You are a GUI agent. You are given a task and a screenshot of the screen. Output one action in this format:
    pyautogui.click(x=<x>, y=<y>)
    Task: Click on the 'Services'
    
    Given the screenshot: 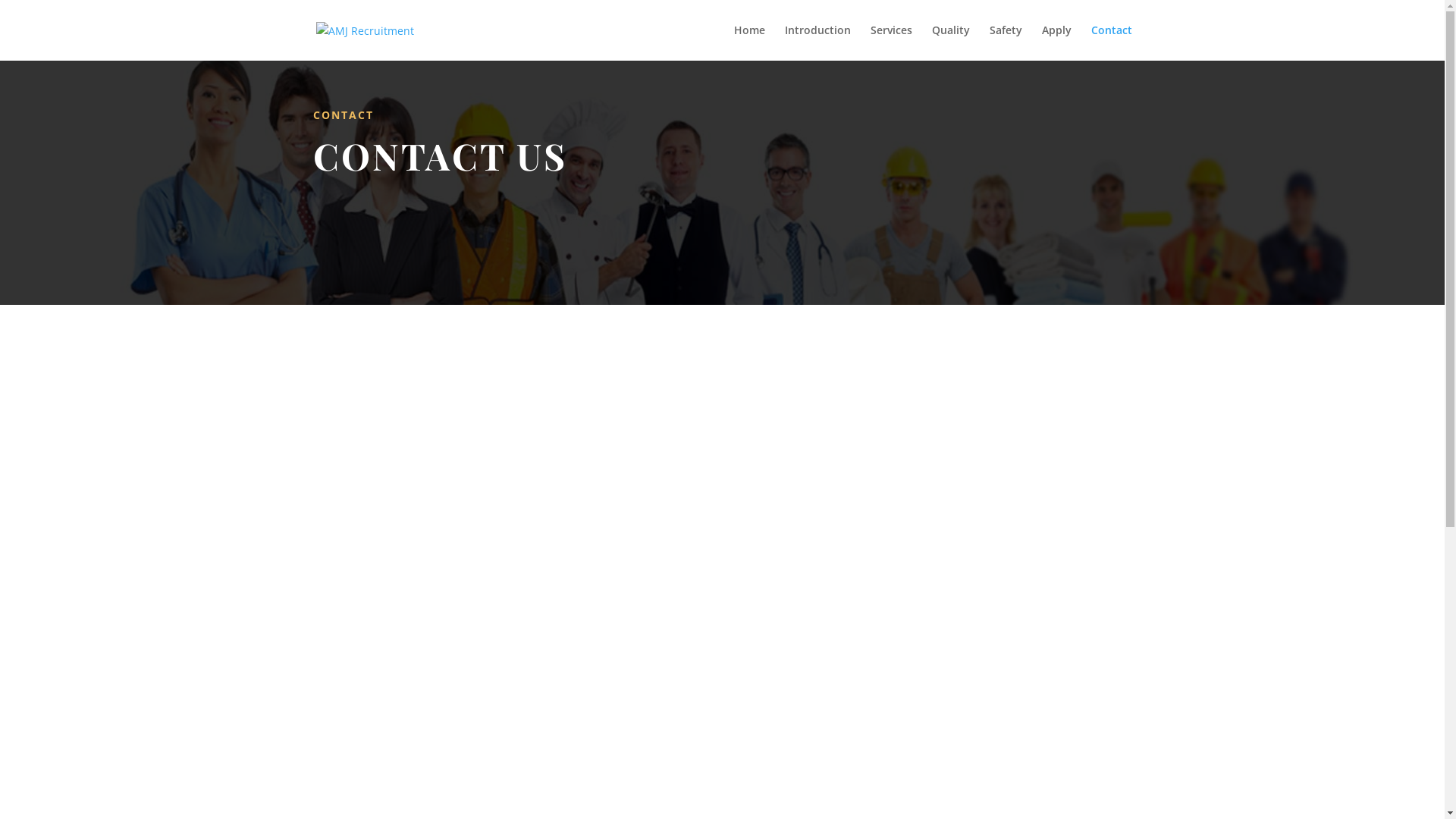 What is the action you would take?
    pyautogui.click(x=891, y=42)
    